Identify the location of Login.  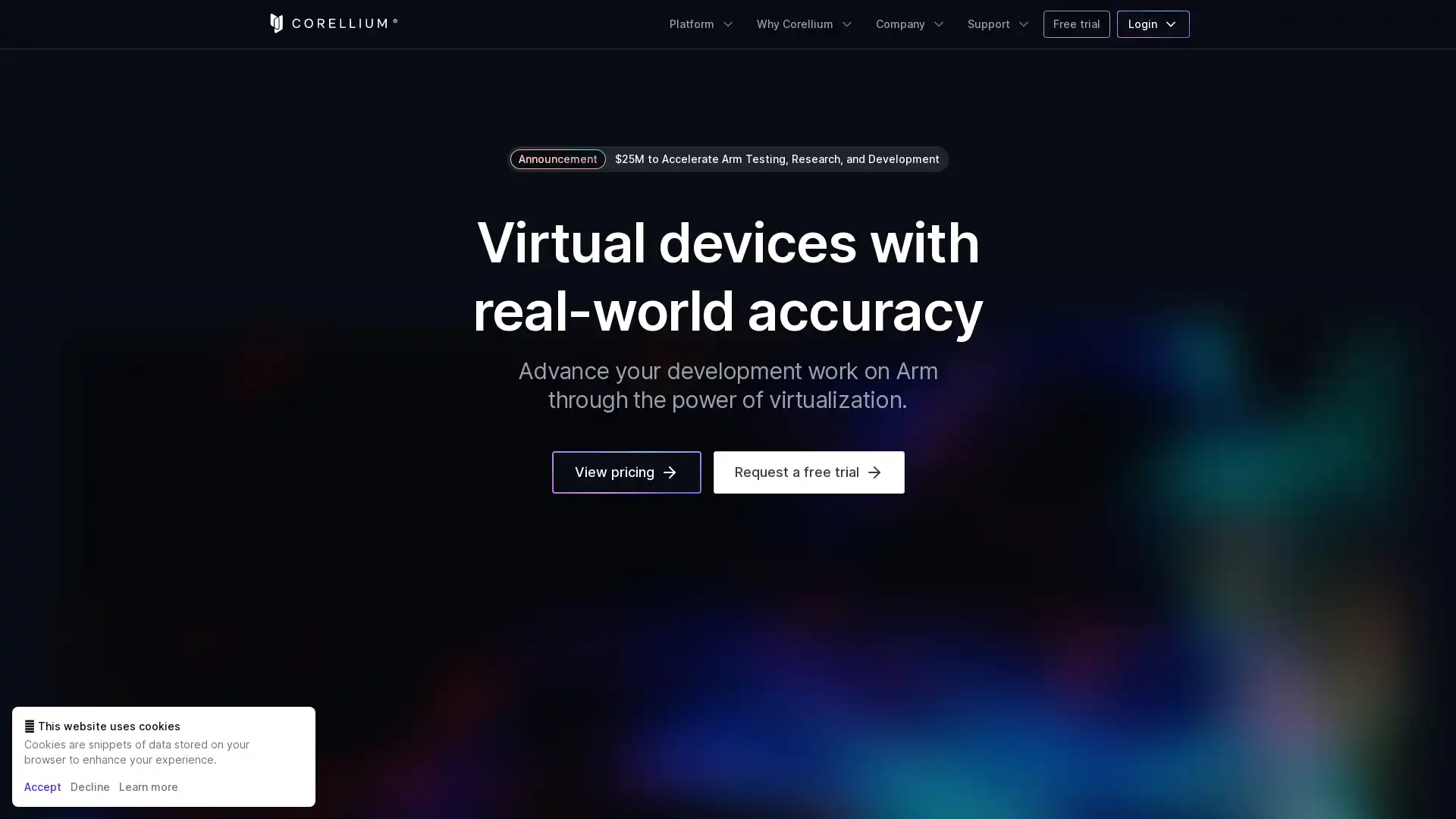
(1153, 24).